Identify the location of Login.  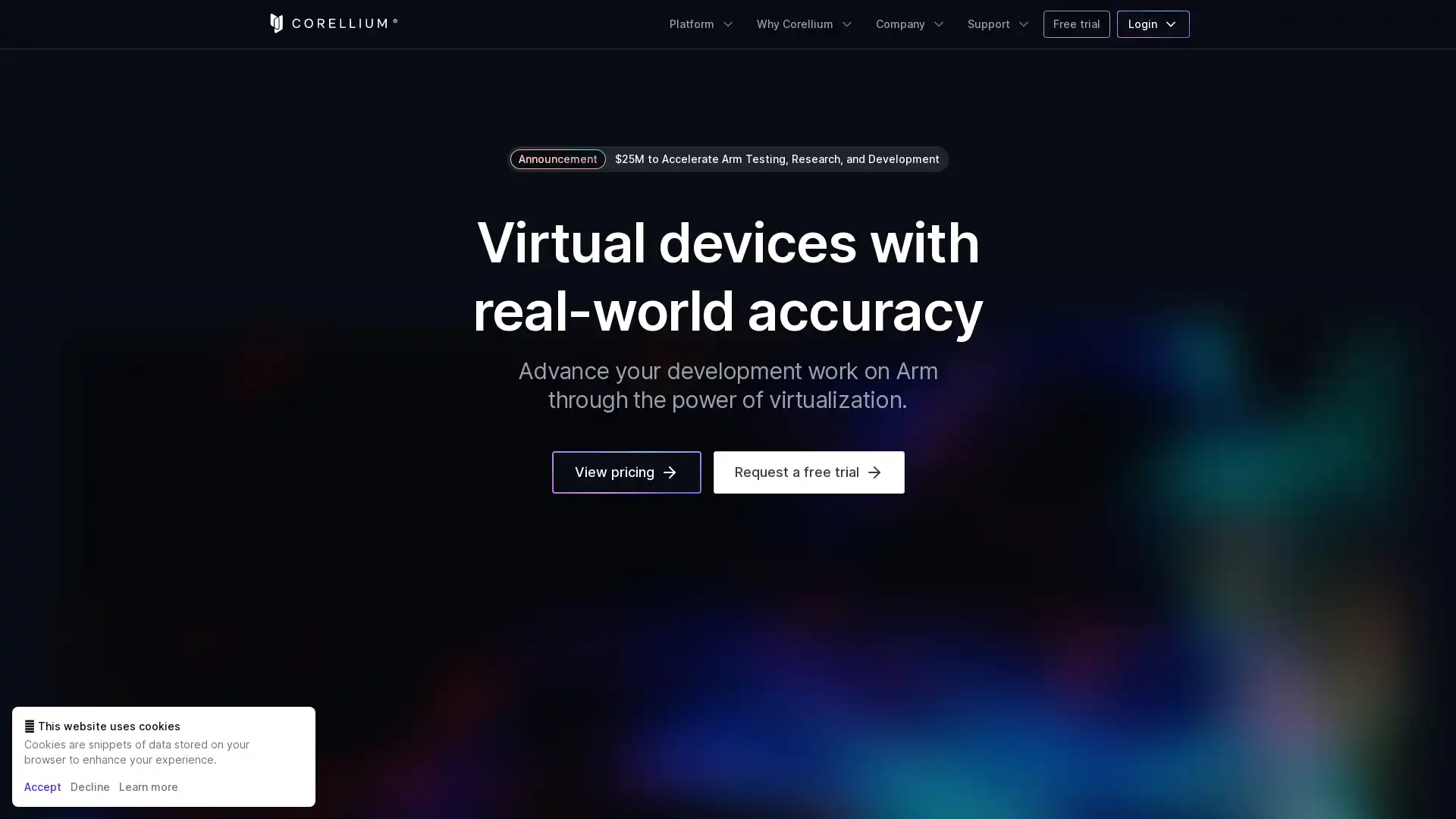
(1153, 24).